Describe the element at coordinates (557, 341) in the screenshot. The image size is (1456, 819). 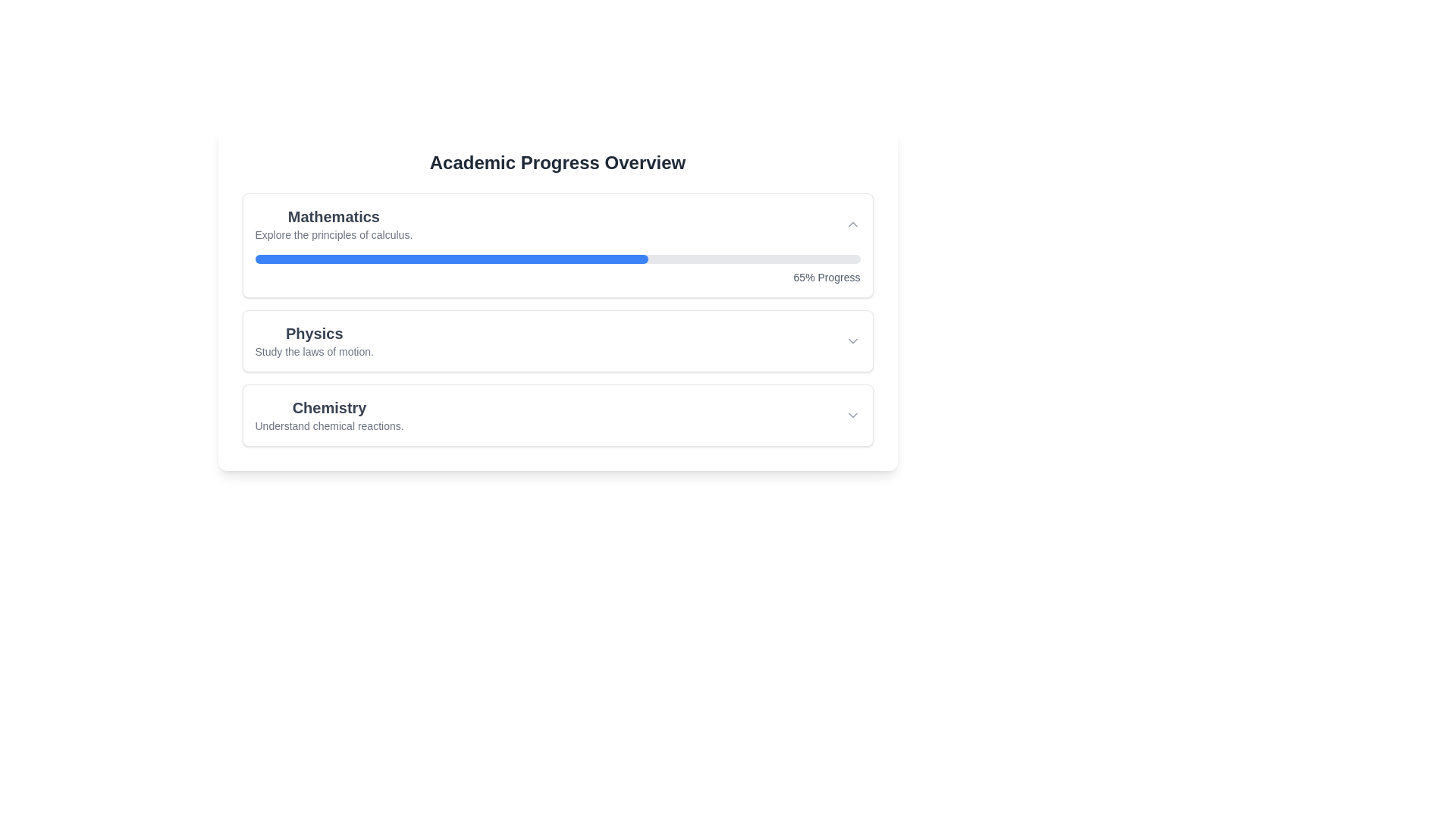
I see `the second list item representing the 'Physics' topic` at that location.